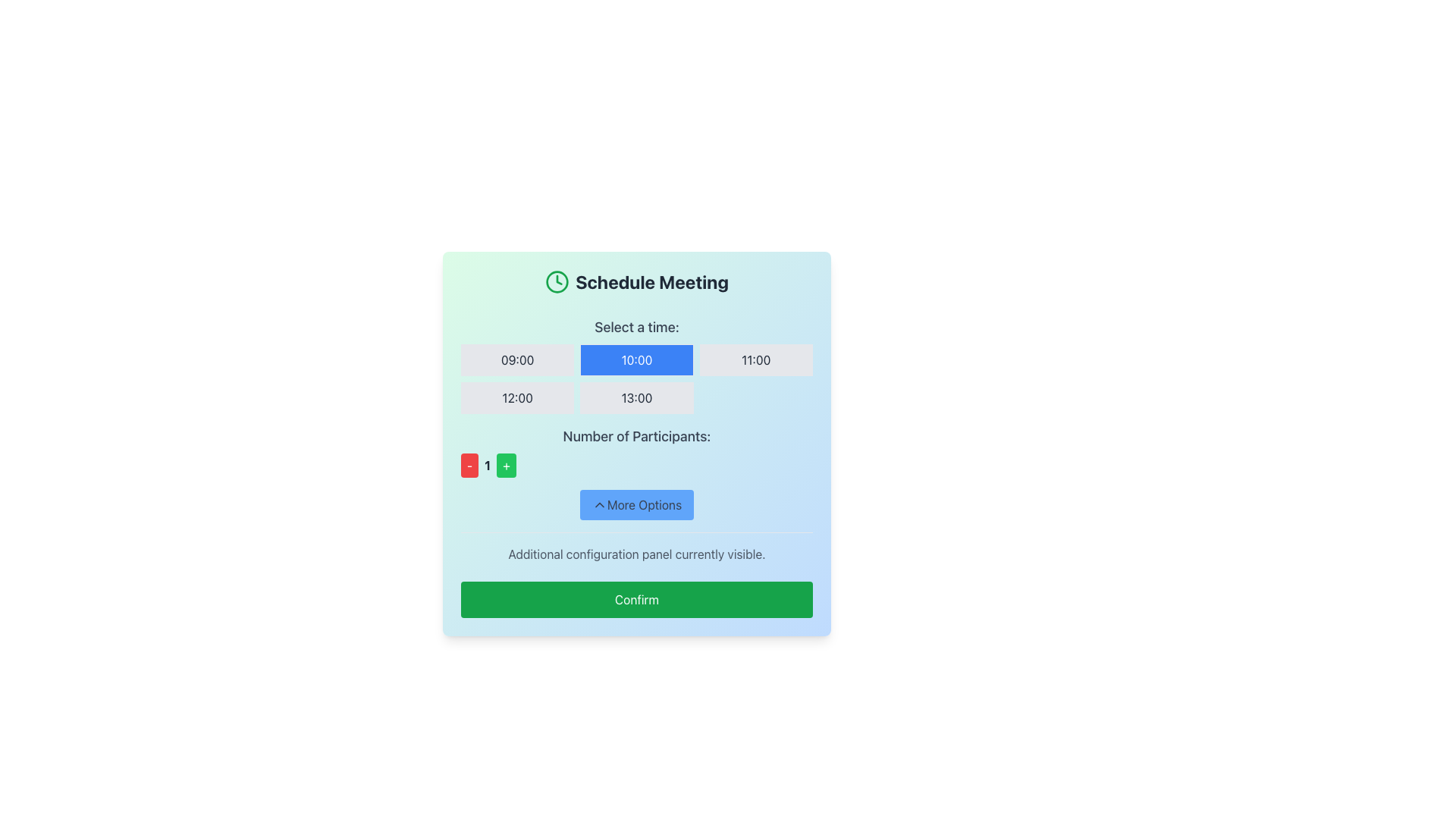 This screenshot has width=1456, height=819. What do you see at coordinates (637, 397) in the screenshot?
I see `the button used for selecting the time '13:00'` at bounding box center [637, 397].